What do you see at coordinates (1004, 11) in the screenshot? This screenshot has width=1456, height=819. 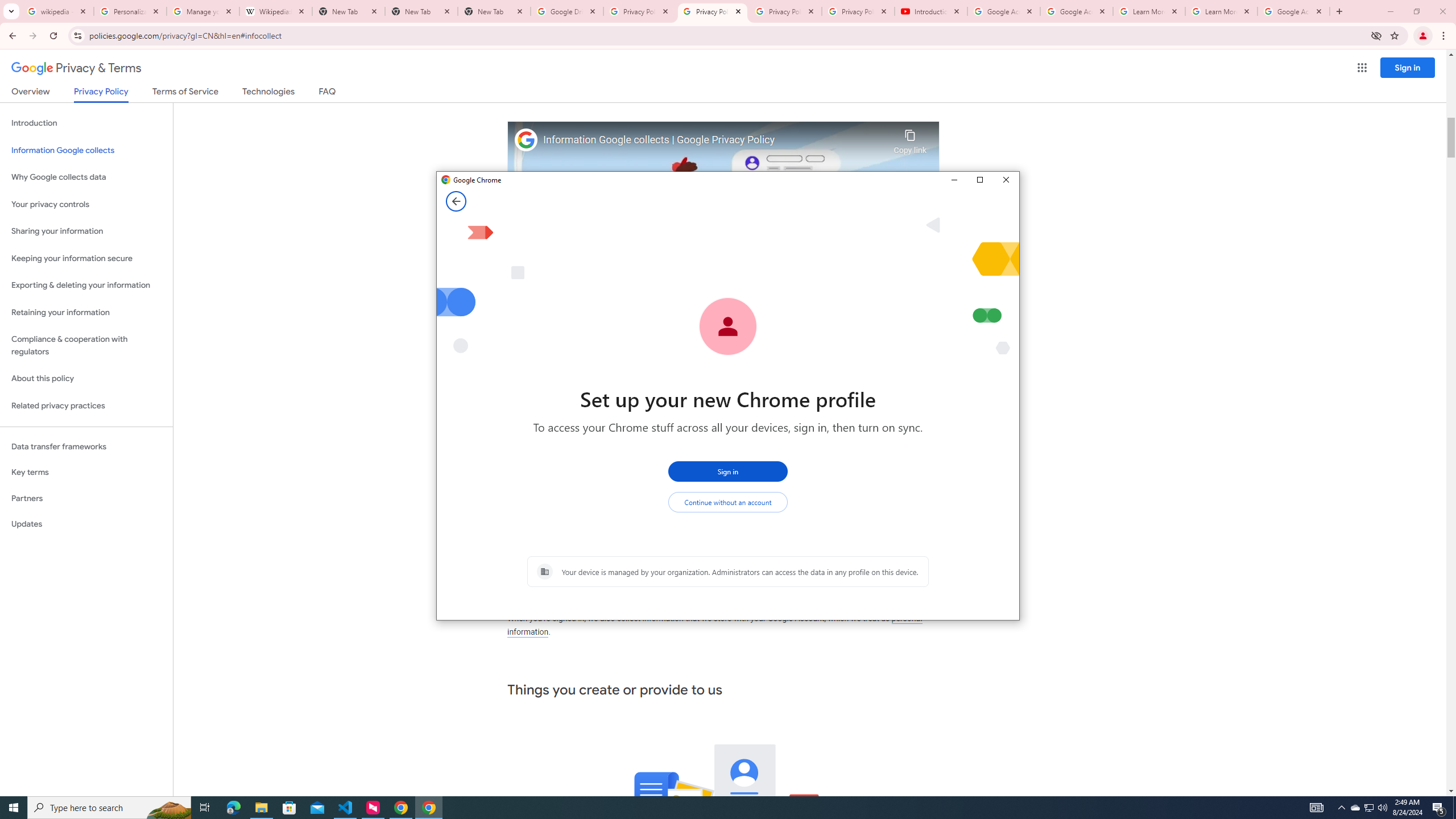 I see `'Google Account Help'` at bounding box center [1004, 11].